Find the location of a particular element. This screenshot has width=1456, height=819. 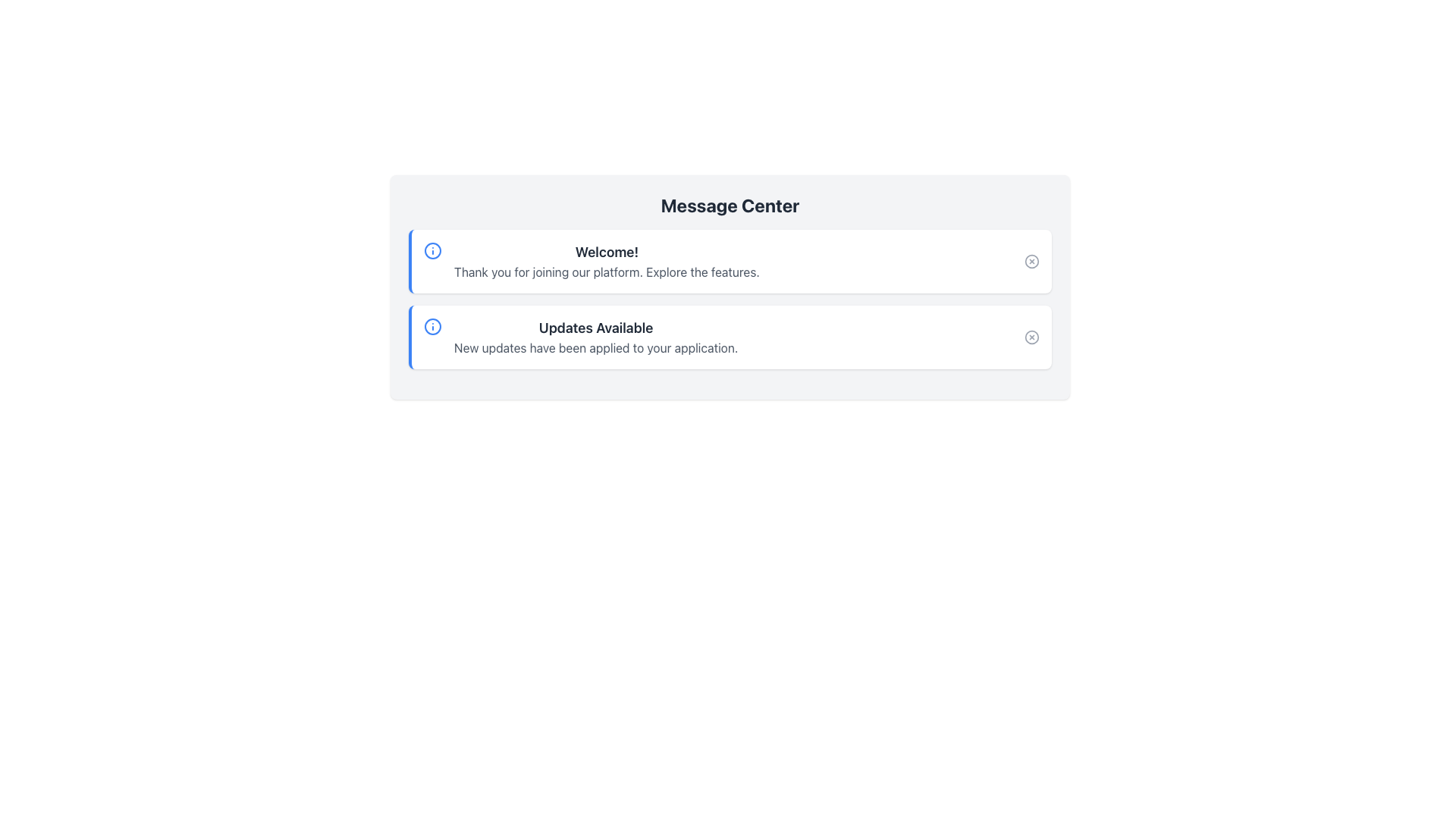

prominent header text that welcomes the user to the platform, located at the center of the upper section of the 'Message Center' interface is located at coordinates (607, 251).